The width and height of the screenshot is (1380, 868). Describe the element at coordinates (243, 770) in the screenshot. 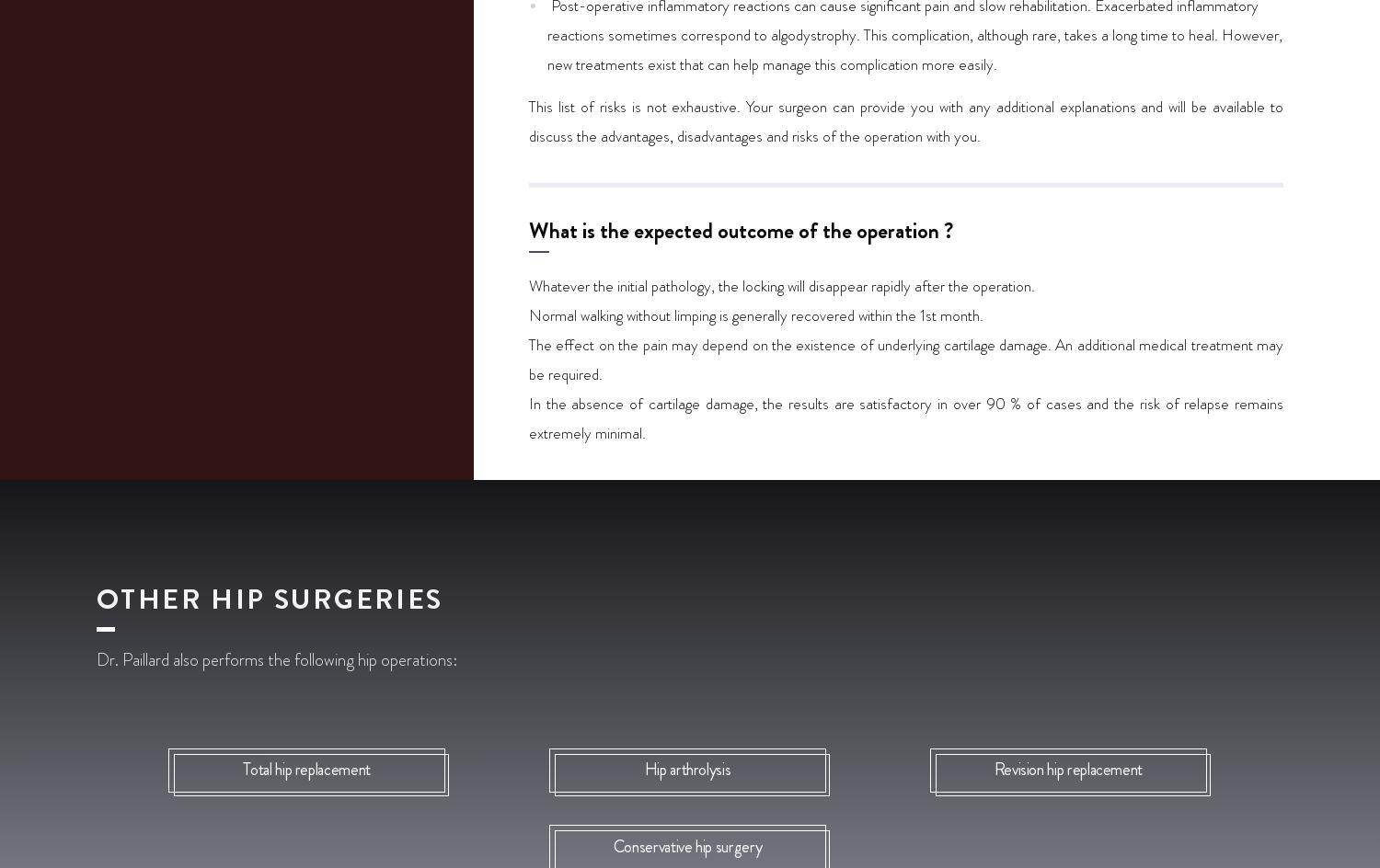

I see `'Total hip replacement'` at that location.